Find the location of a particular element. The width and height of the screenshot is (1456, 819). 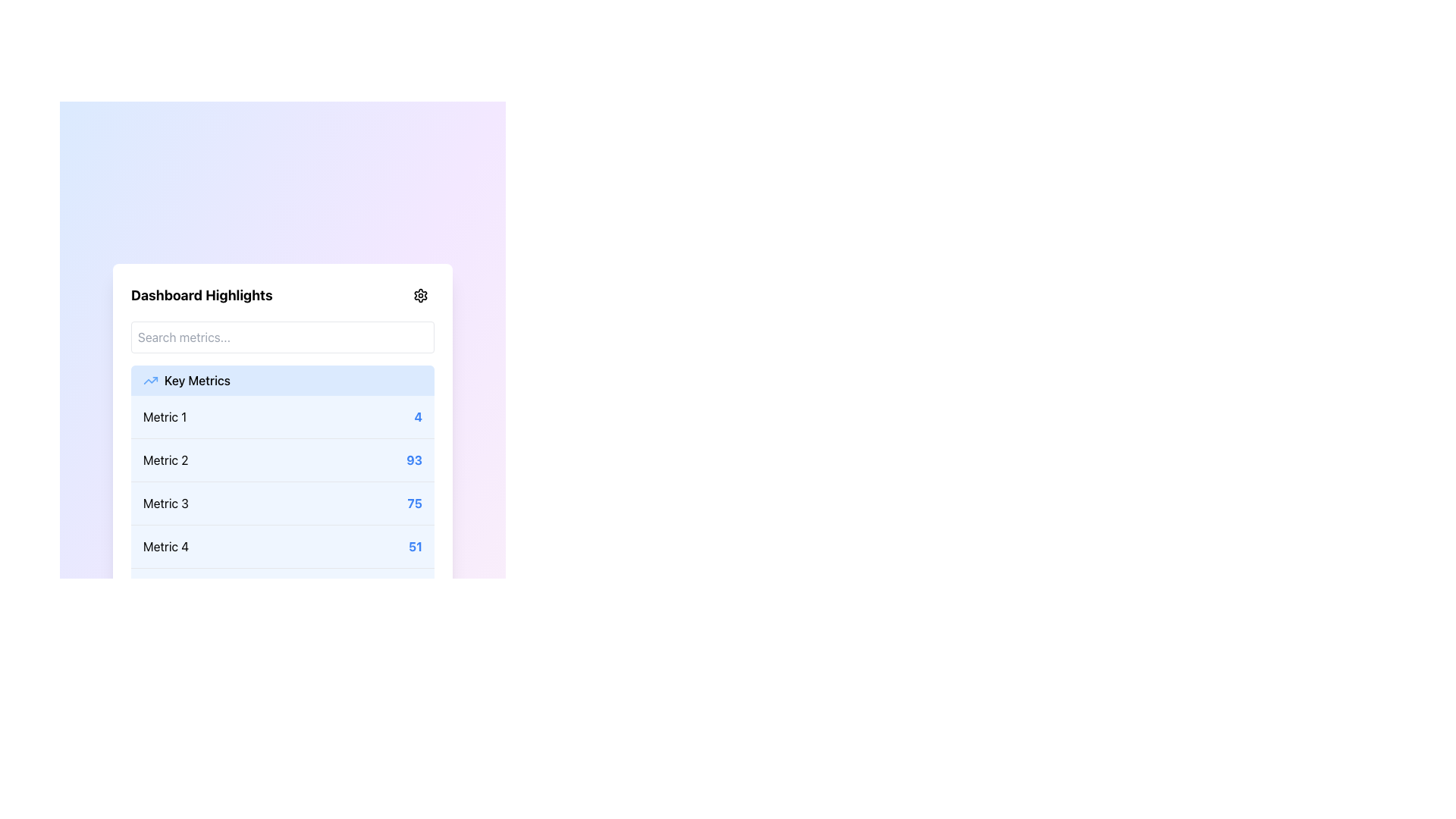

the 'Metric 2' text label located in the second row of the metrics list within the 'Dashboard Highlights' panel is located at coordinates (165, 459).